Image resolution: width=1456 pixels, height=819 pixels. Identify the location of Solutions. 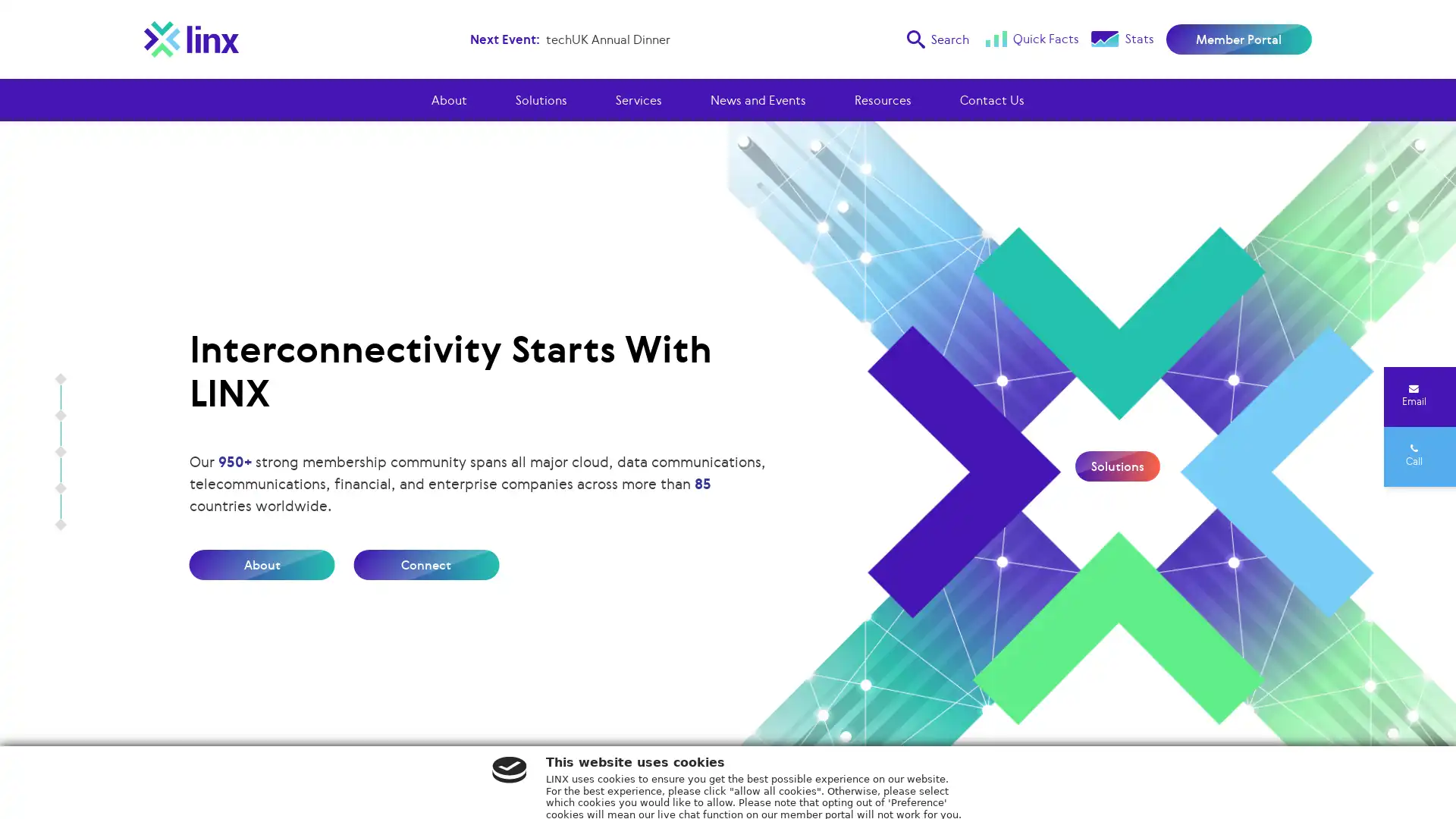
(1117, 465).